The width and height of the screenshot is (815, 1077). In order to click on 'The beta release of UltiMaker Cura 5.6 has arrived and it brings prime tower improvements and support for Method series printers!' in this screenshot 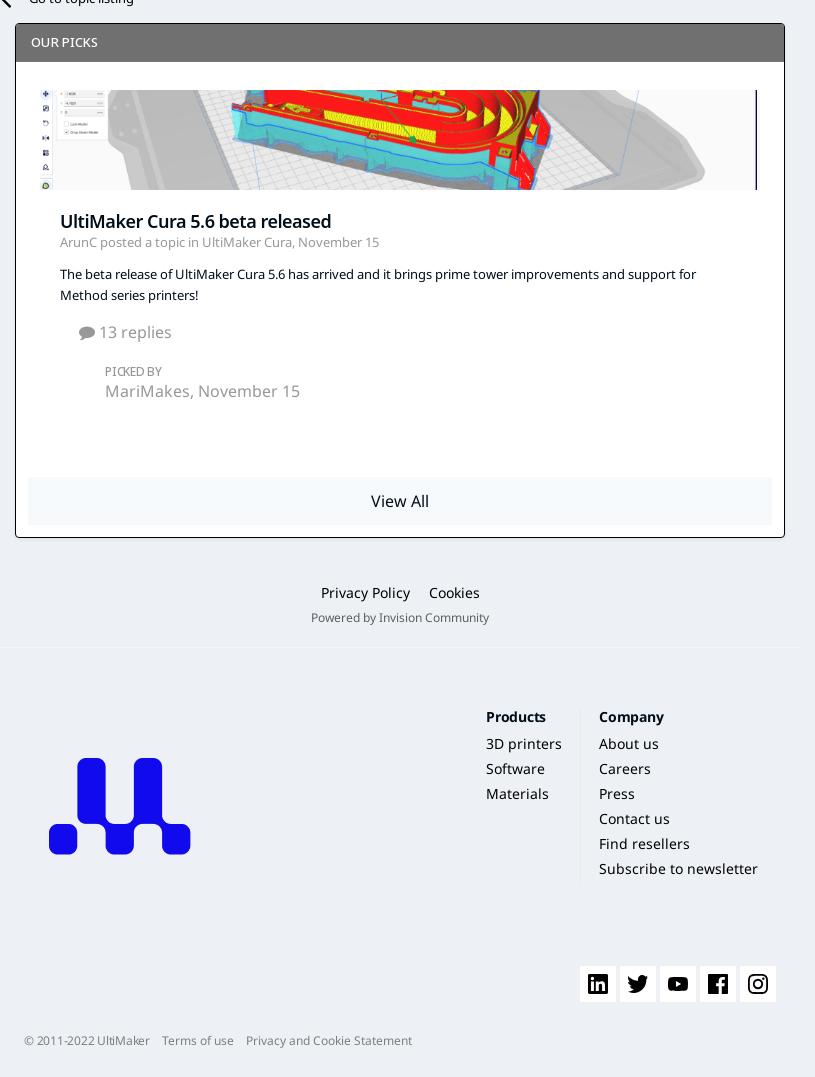, I will do `click(376, 283)`.